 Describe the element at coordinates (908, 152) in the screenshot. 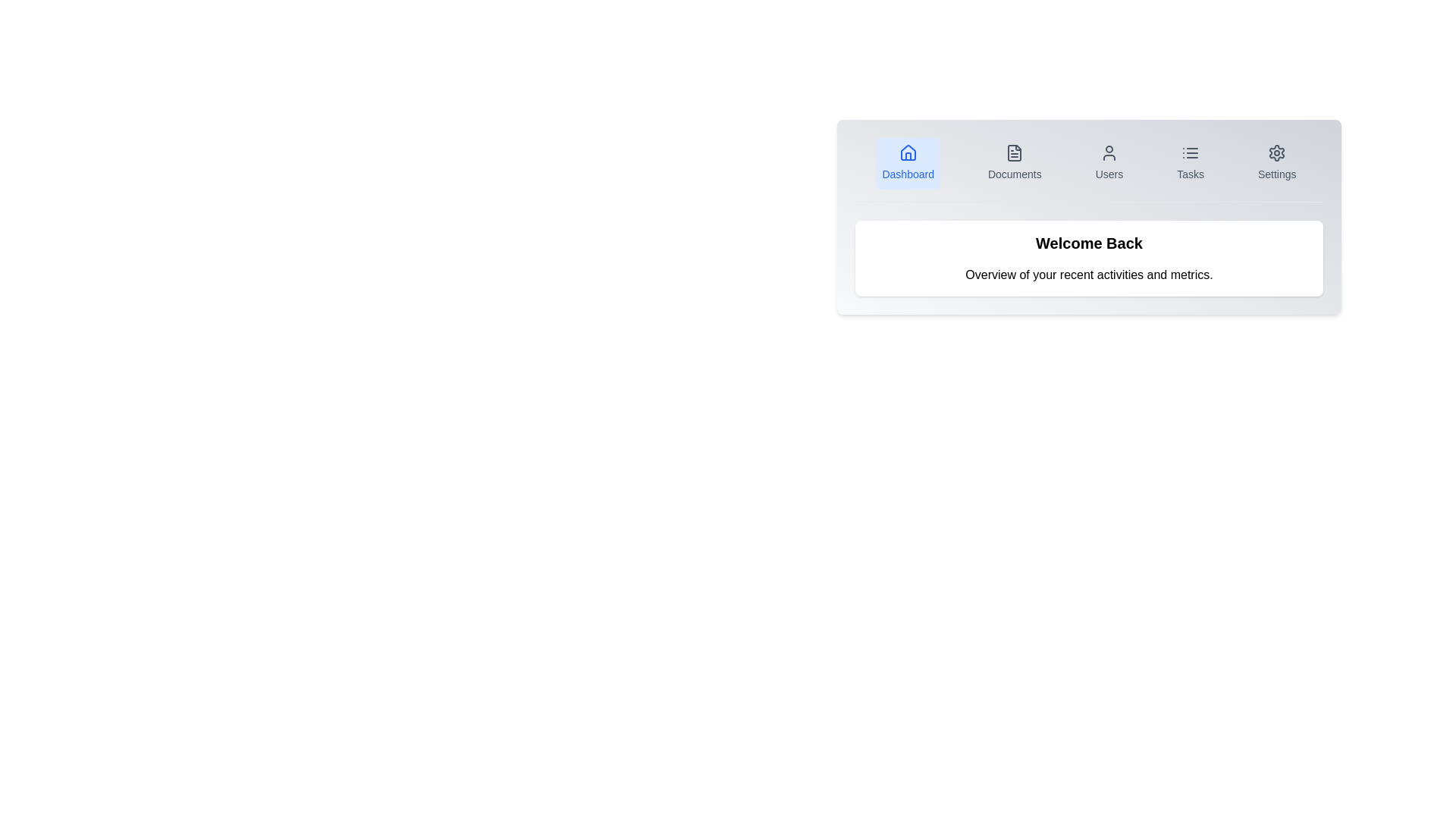

I see `the house icon located in the navigation bar under the 'Dashboard' section` at that location.